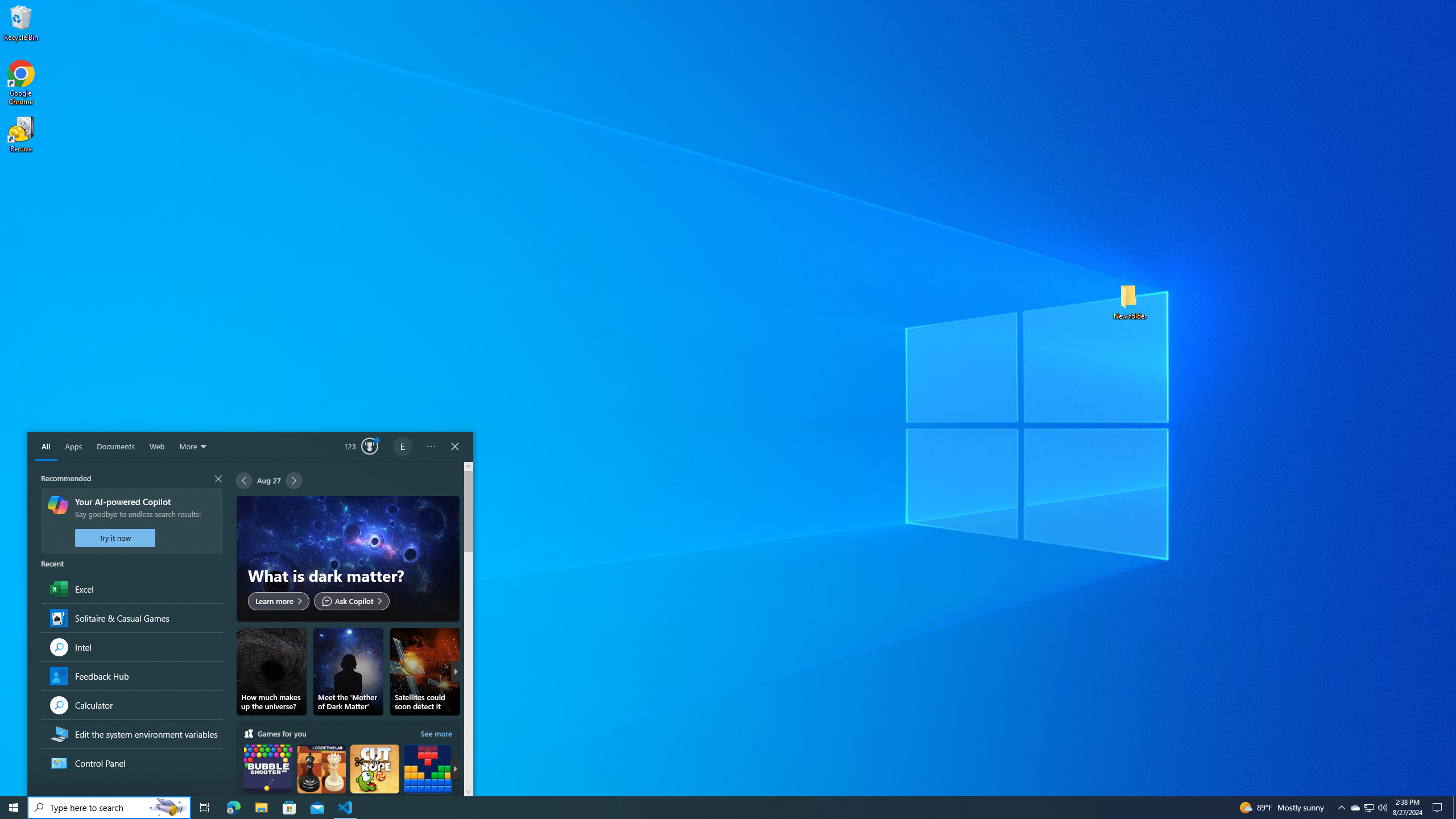 The width and height of the screenshot is (1456, 819). I want to click on 'Recent Group,Excel, App', so click(131, 588).